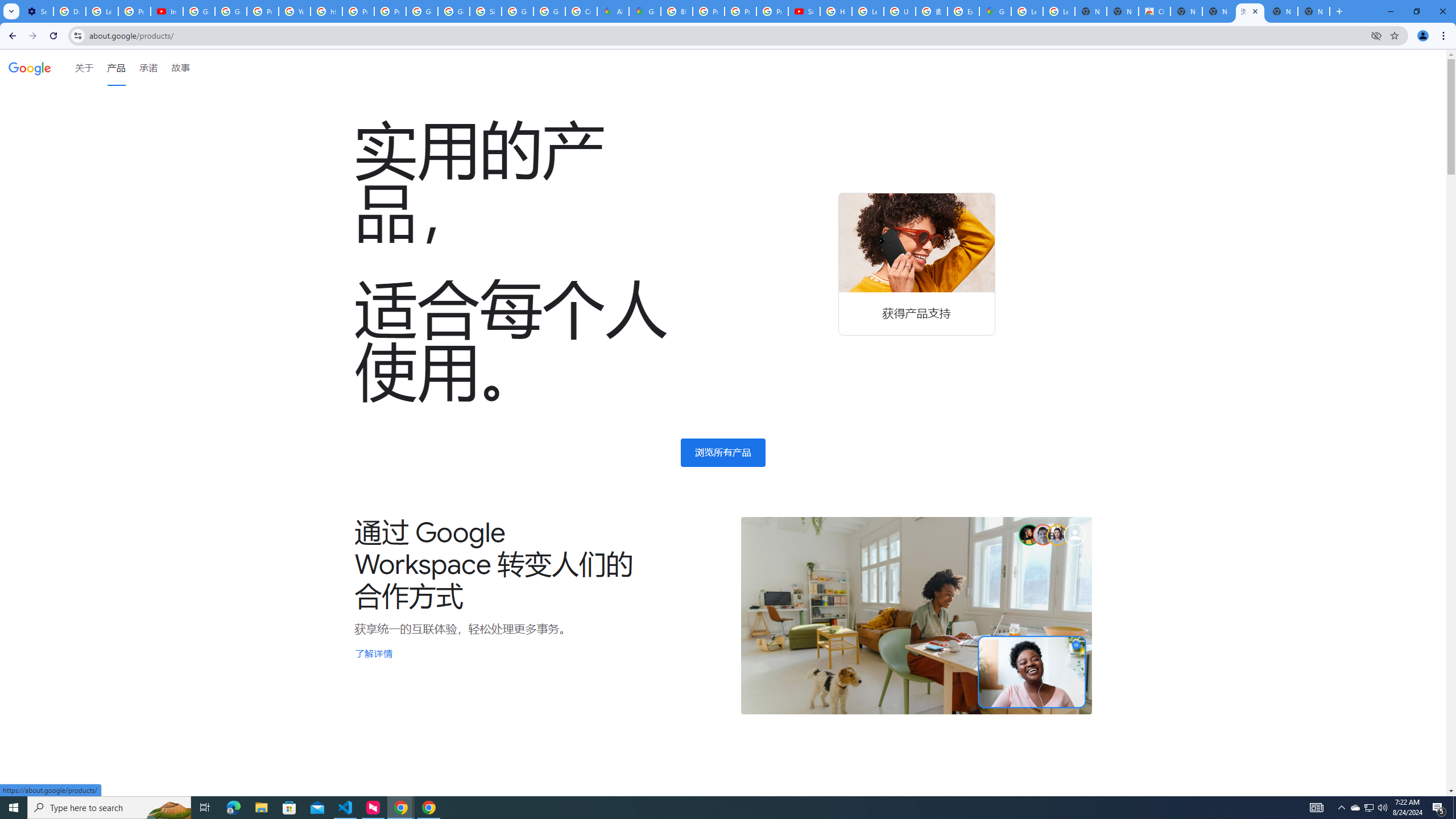  I want to click on 'Privacy Help Center - Policies Help', so click(739, 11).